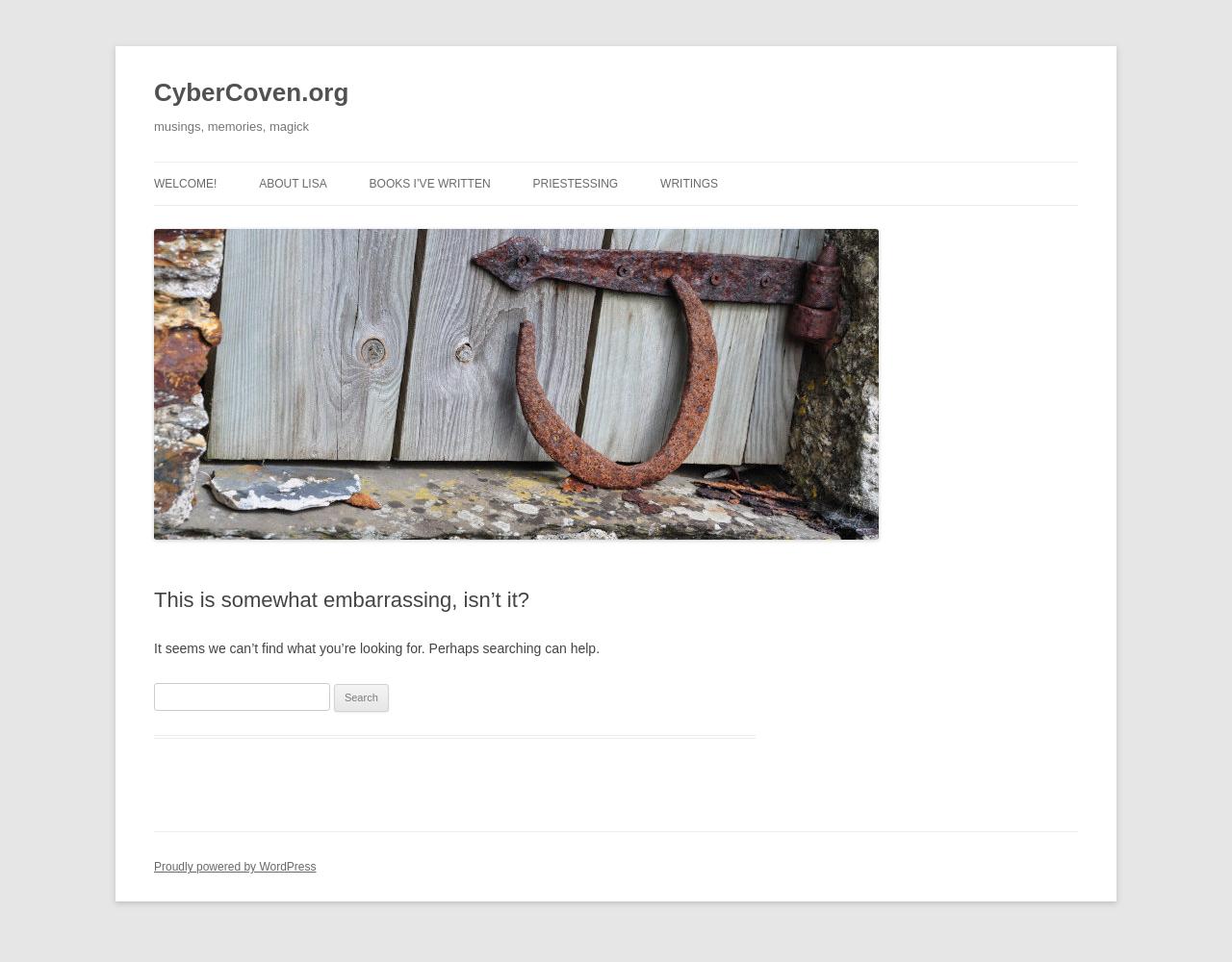 Image resolution: width=1232 pixels, height=962 pixels. I want to click on 'Proudly powered by WordPress', so click(233, 867).